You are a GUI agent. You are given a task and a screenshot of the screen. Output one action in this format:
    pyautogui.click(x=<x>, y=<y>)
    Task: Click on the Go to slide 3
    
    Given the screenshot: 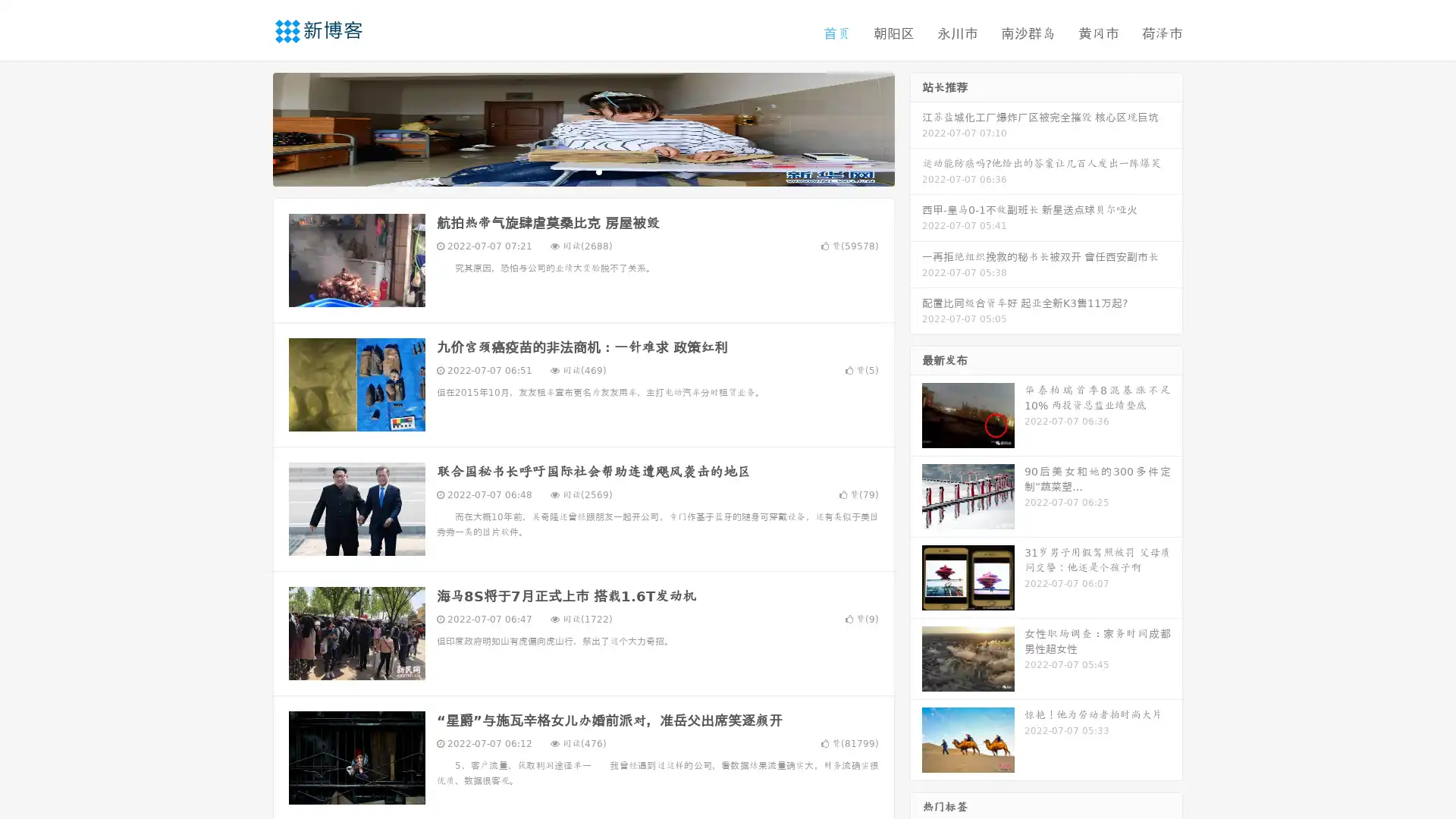 What is the action you would take?
    pyautogui.click(x=598, y=171)
    